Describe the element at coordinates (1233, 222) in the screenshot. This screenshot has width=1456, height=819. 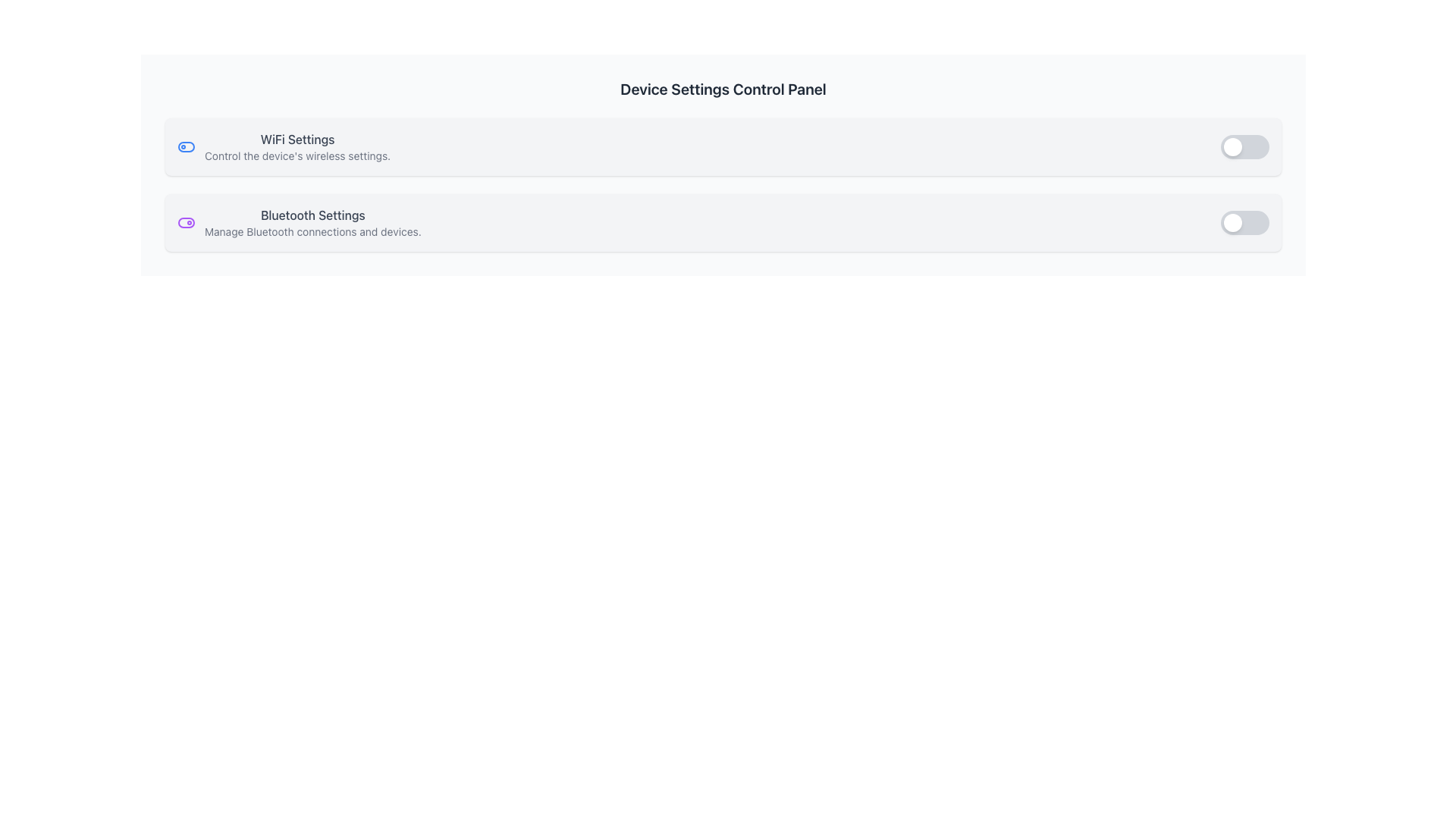
I see `the position of the circular toggle indicator located at the left end of the second toggle switch to determine its current state (off/inactive)` at that location.